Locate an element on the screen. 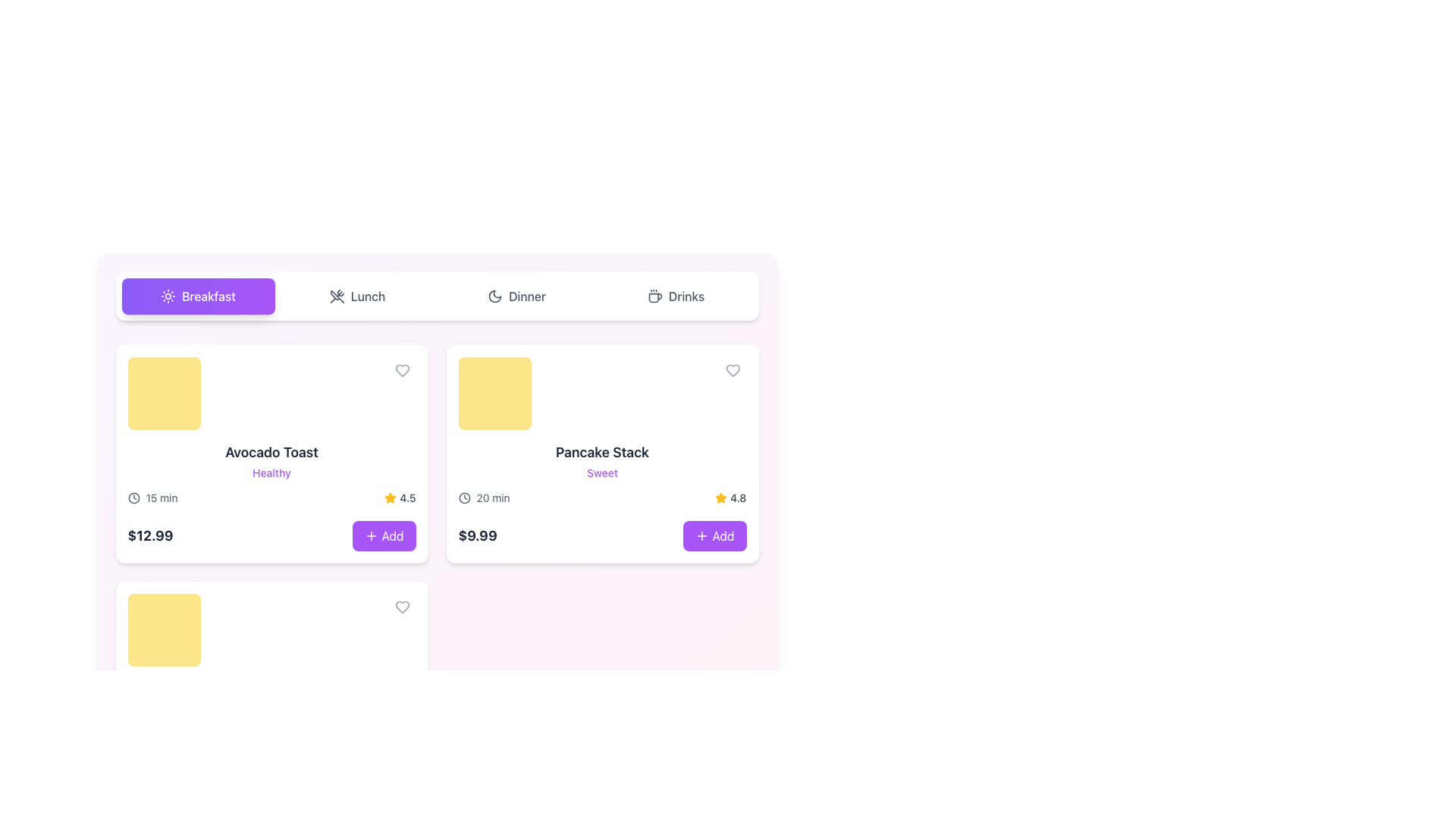 Image resolution: width=1456 pixels, height=819 pixels. the title text element located at the top-left card of the grid layout, positioned above the text 'Healthy' is located at coordinates (271, 452).